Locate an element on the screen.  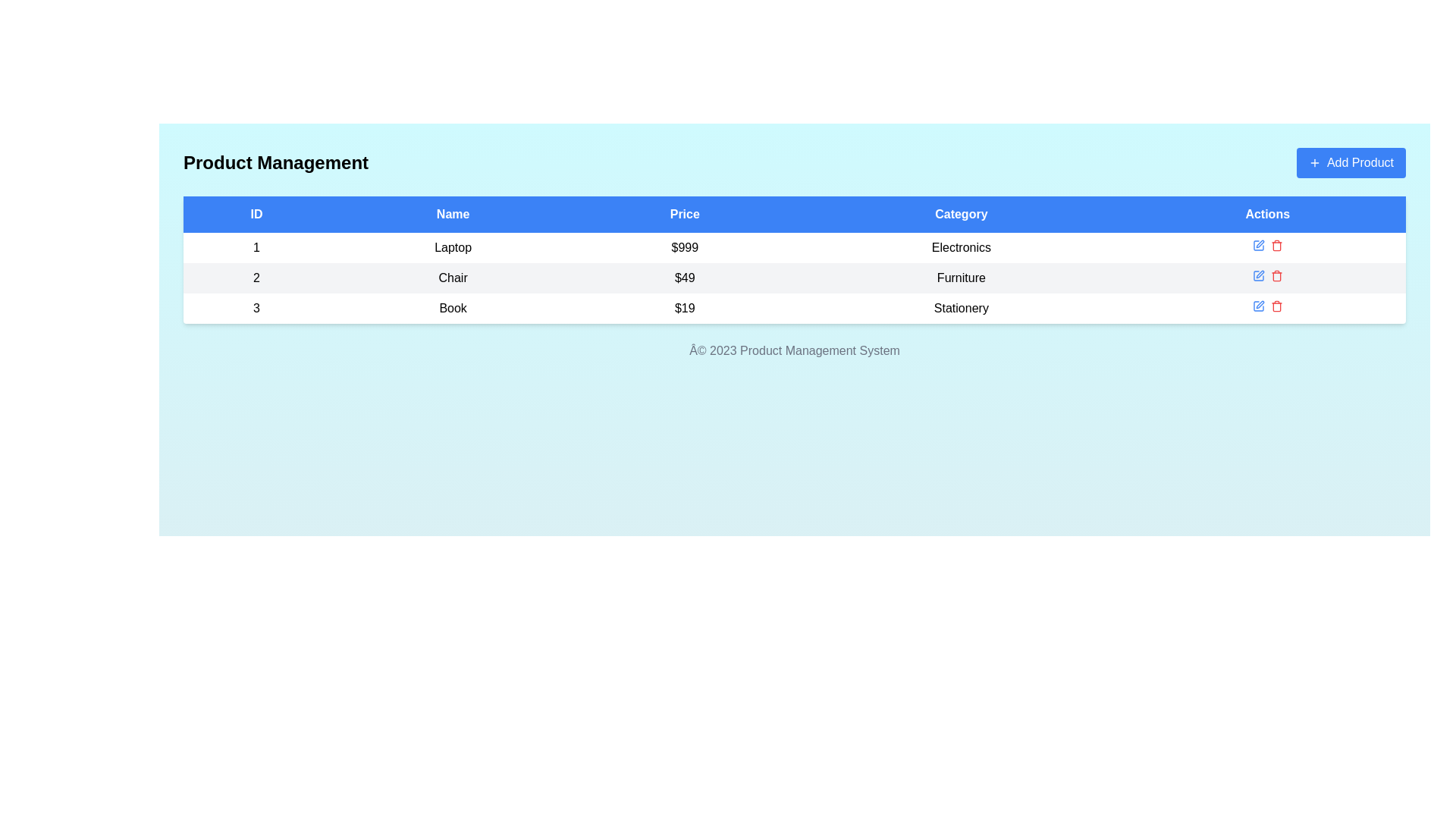
the edit icon, which is an outlined square with rounded corners and a pen overlapping its edge, located is located at coordinates (1258, 306).